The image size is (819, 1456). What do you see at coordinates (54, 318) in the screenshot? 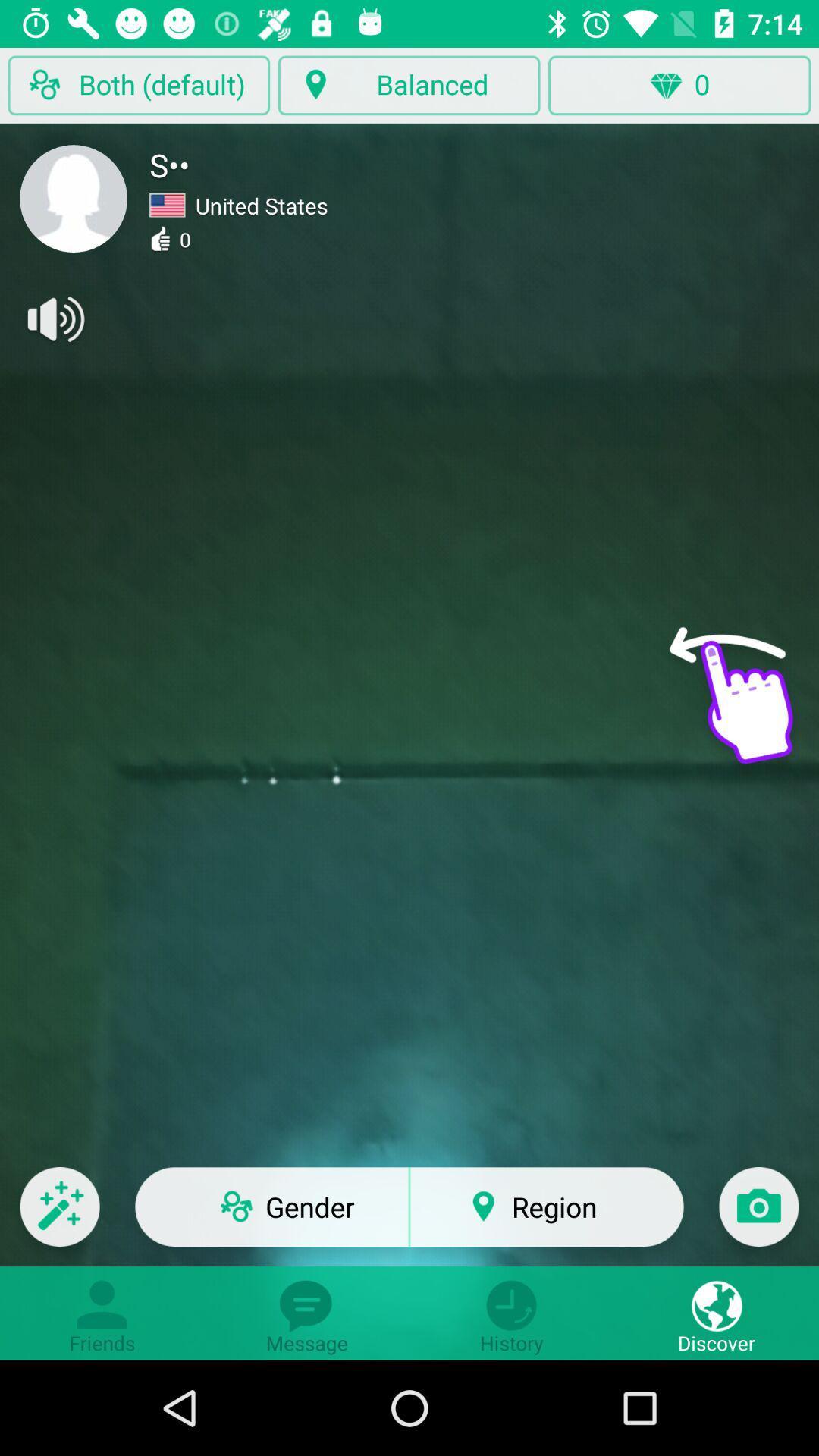
I see `the volume icon` at bounding box center [54, 318].